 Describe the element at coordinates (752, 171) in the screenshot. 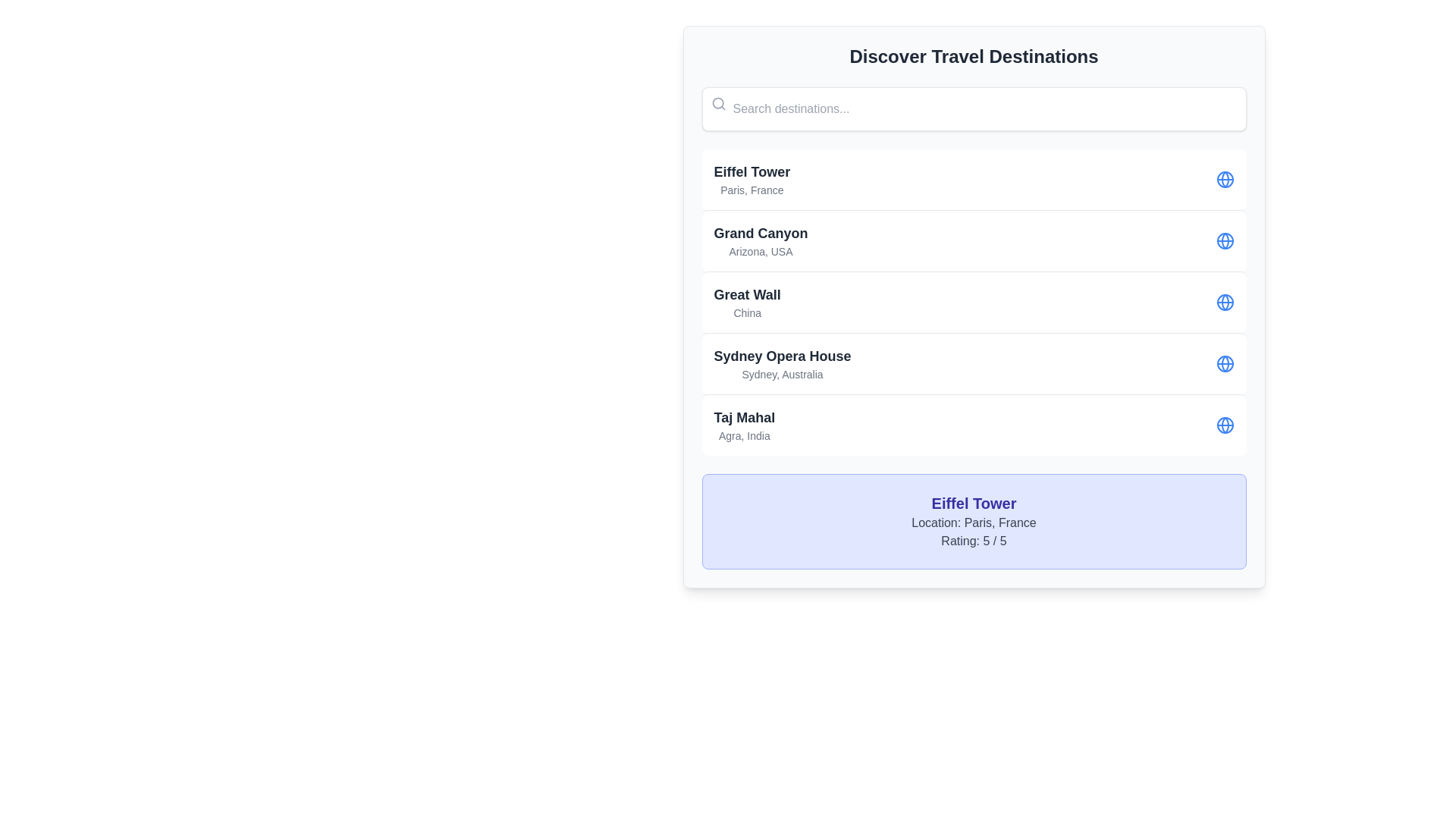

I see `the text label identifying the travel destination 'Eiffel Tower', which is located at the upper-left corner of the list section for travel destinations` at that location.